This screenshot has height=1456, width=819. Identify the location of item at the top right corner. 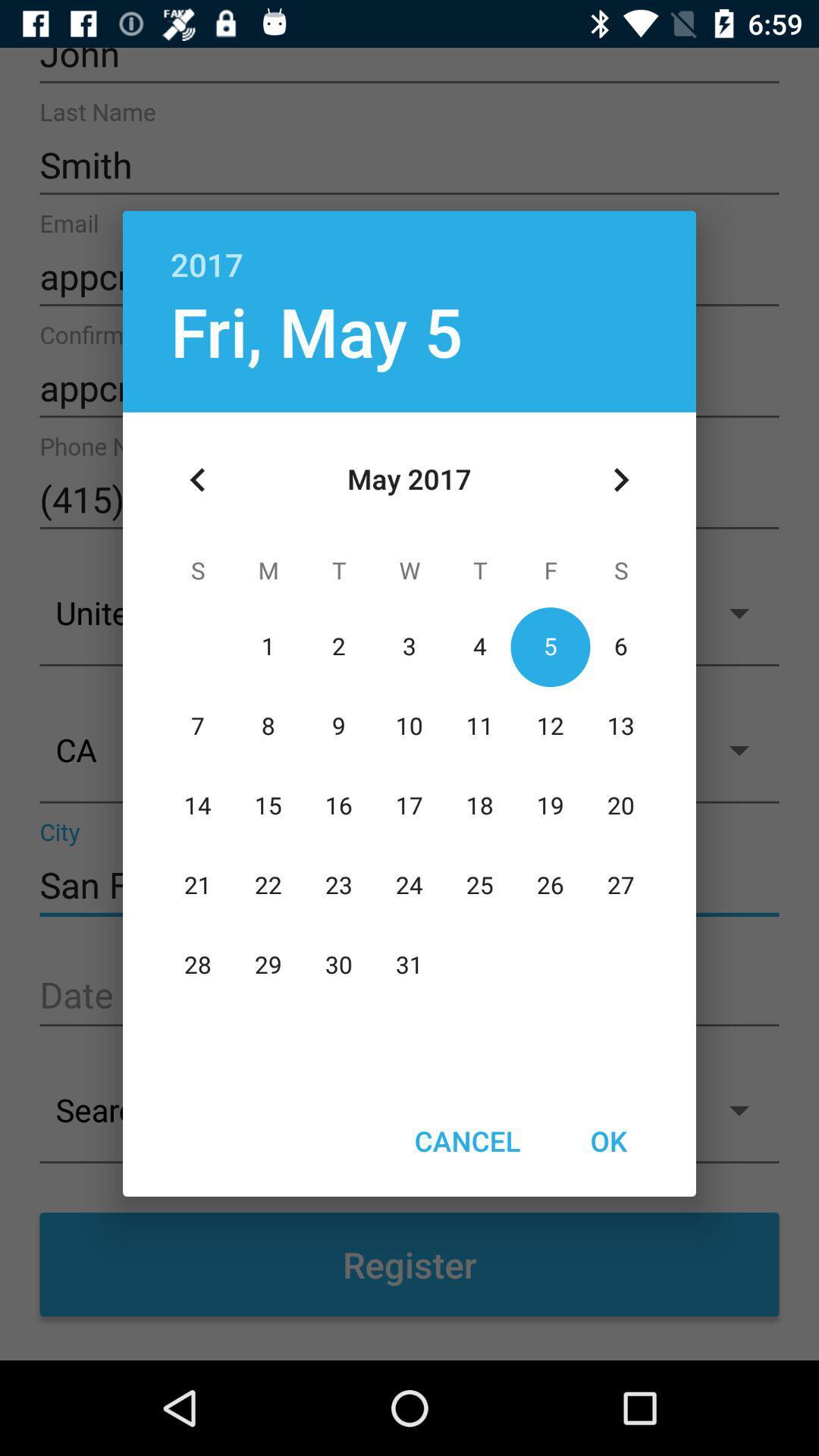
(620, 479).